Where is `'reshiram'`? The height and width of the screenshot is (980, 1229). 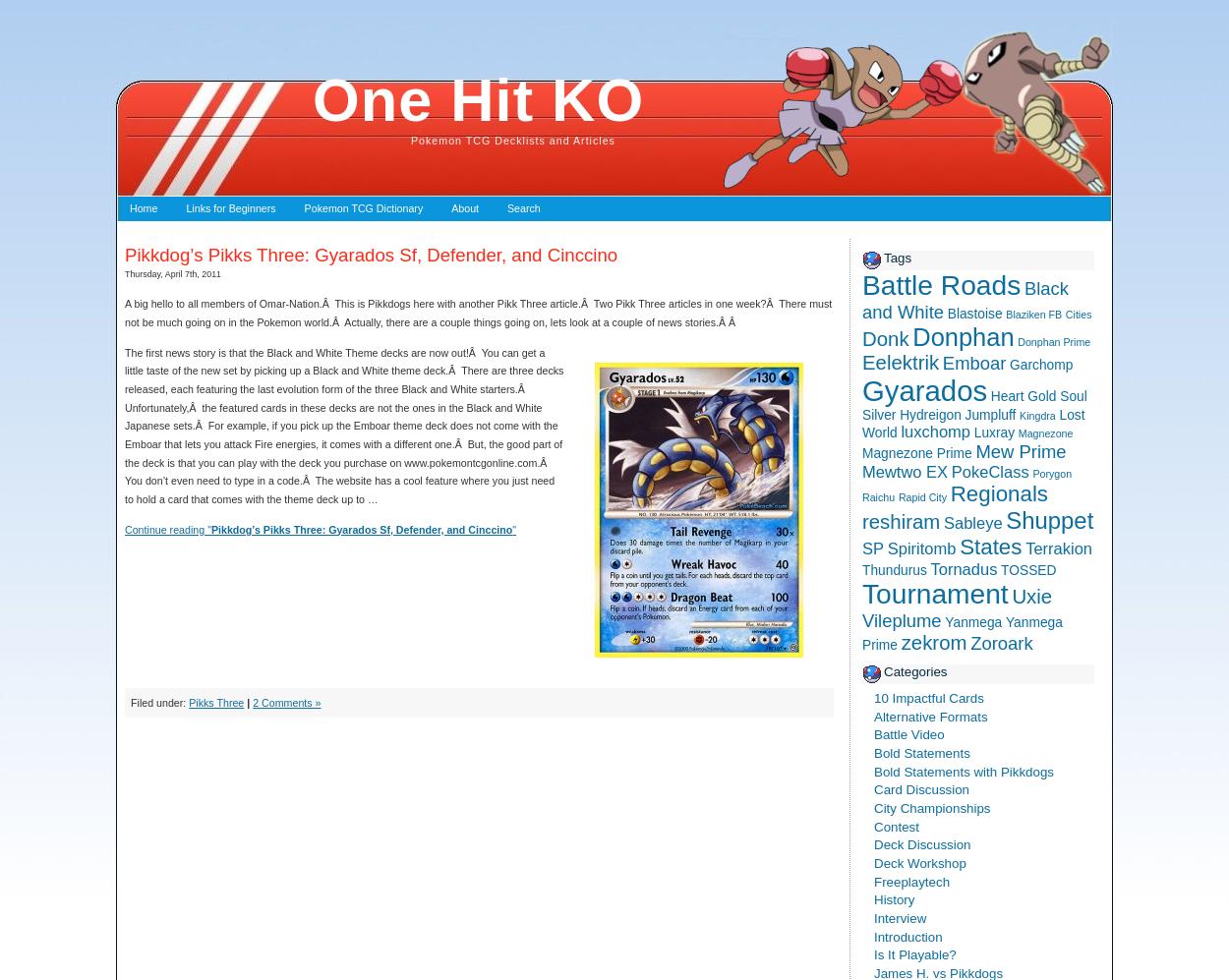
'reshiram' is located at coordinates (901, 521).